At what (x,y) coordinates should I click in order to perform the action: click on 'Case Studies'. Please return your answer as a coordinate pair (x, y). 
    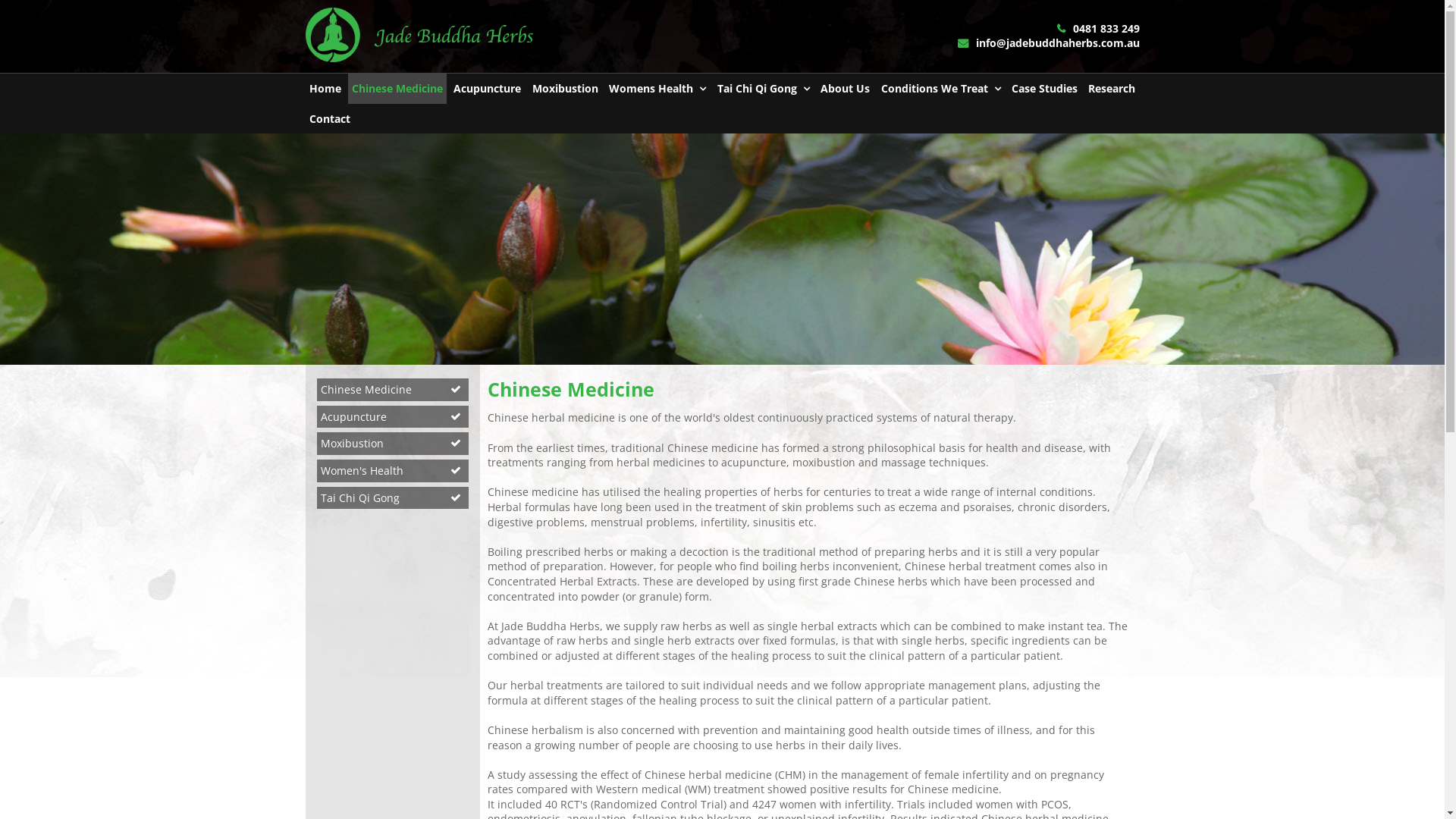
    Looking at the image, I should click on (1043, 88).